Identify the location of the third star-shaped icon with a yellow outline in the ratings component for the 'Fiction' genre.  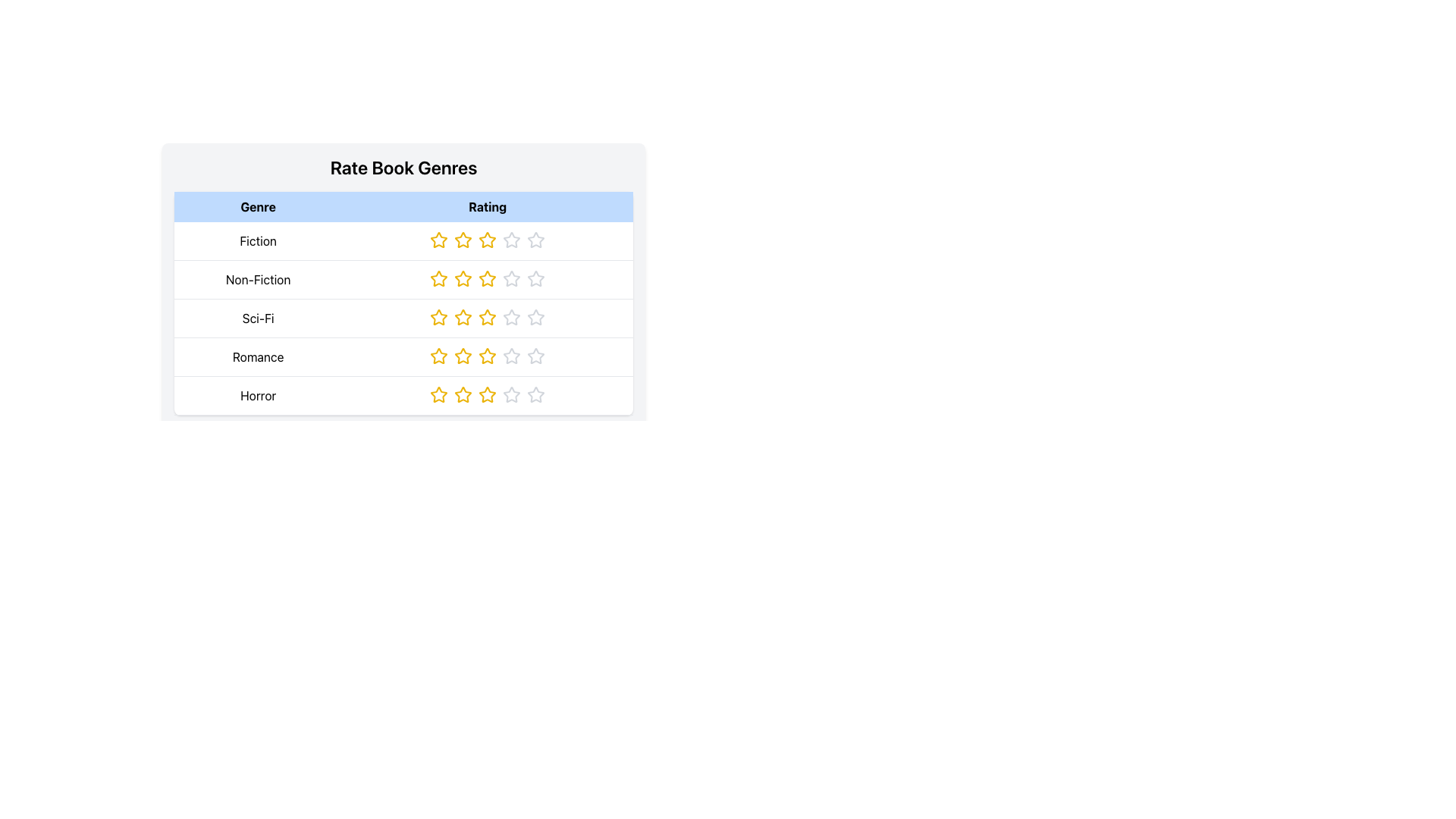
(488, 239).